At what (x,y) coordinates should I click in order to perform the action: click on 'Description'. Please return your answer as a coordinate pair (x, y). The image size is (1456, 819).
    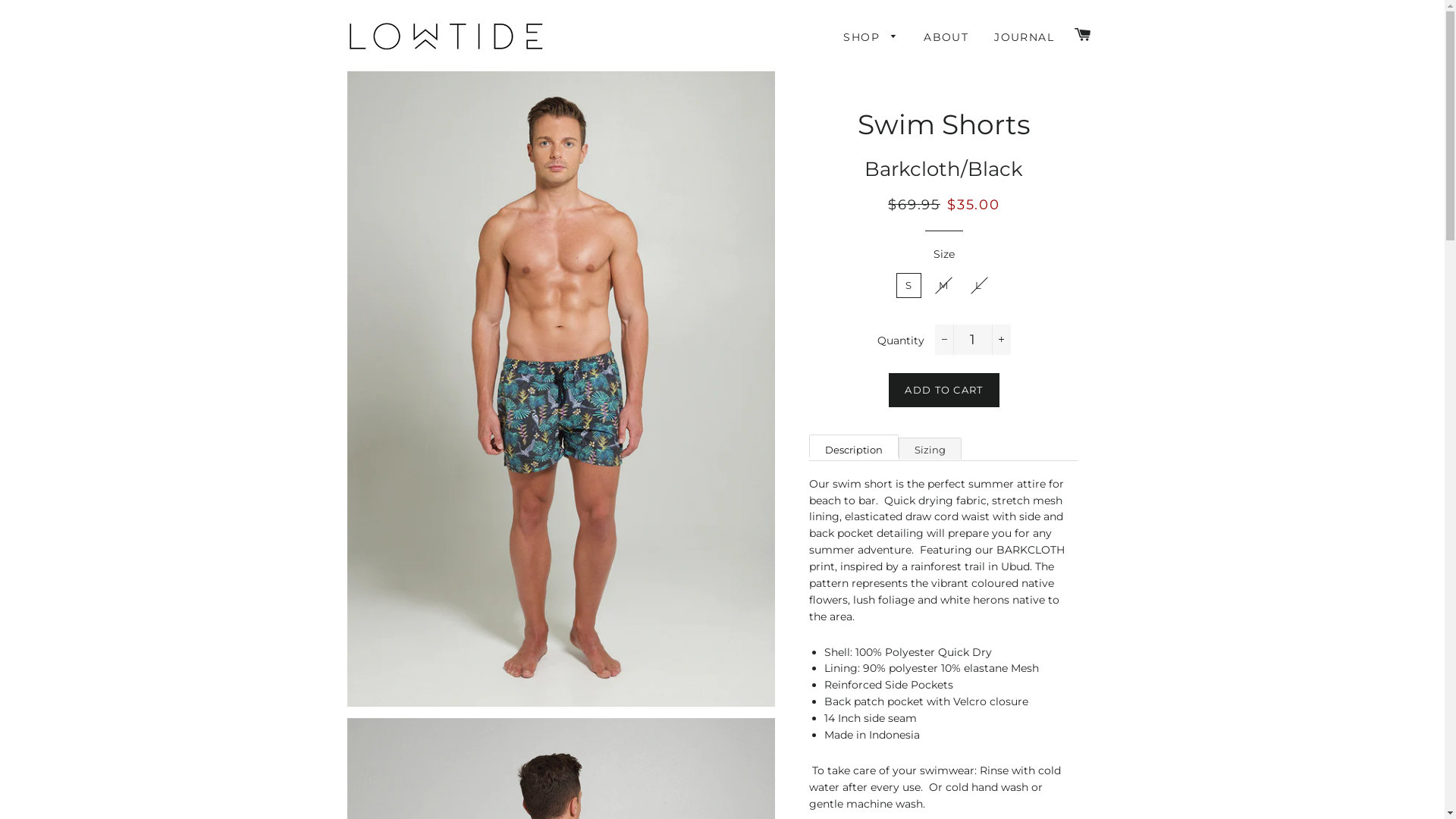
    Looking at the image, I should click on (808, 444).